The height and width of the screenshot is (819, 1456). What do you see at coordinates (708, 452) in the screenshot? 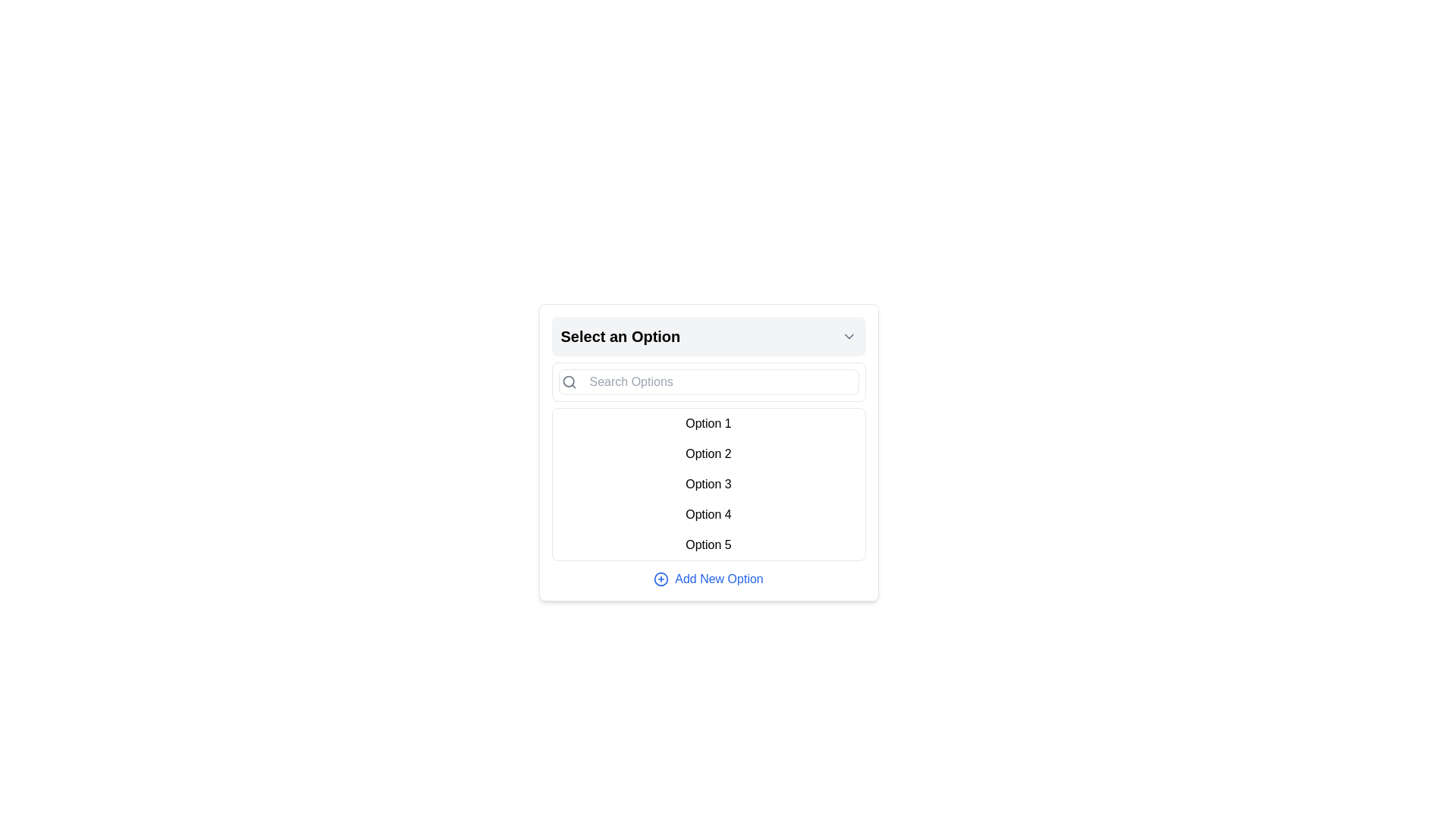
I see `the dropdown menu titled 'Select an Option'` at bounding box center [708, 452].